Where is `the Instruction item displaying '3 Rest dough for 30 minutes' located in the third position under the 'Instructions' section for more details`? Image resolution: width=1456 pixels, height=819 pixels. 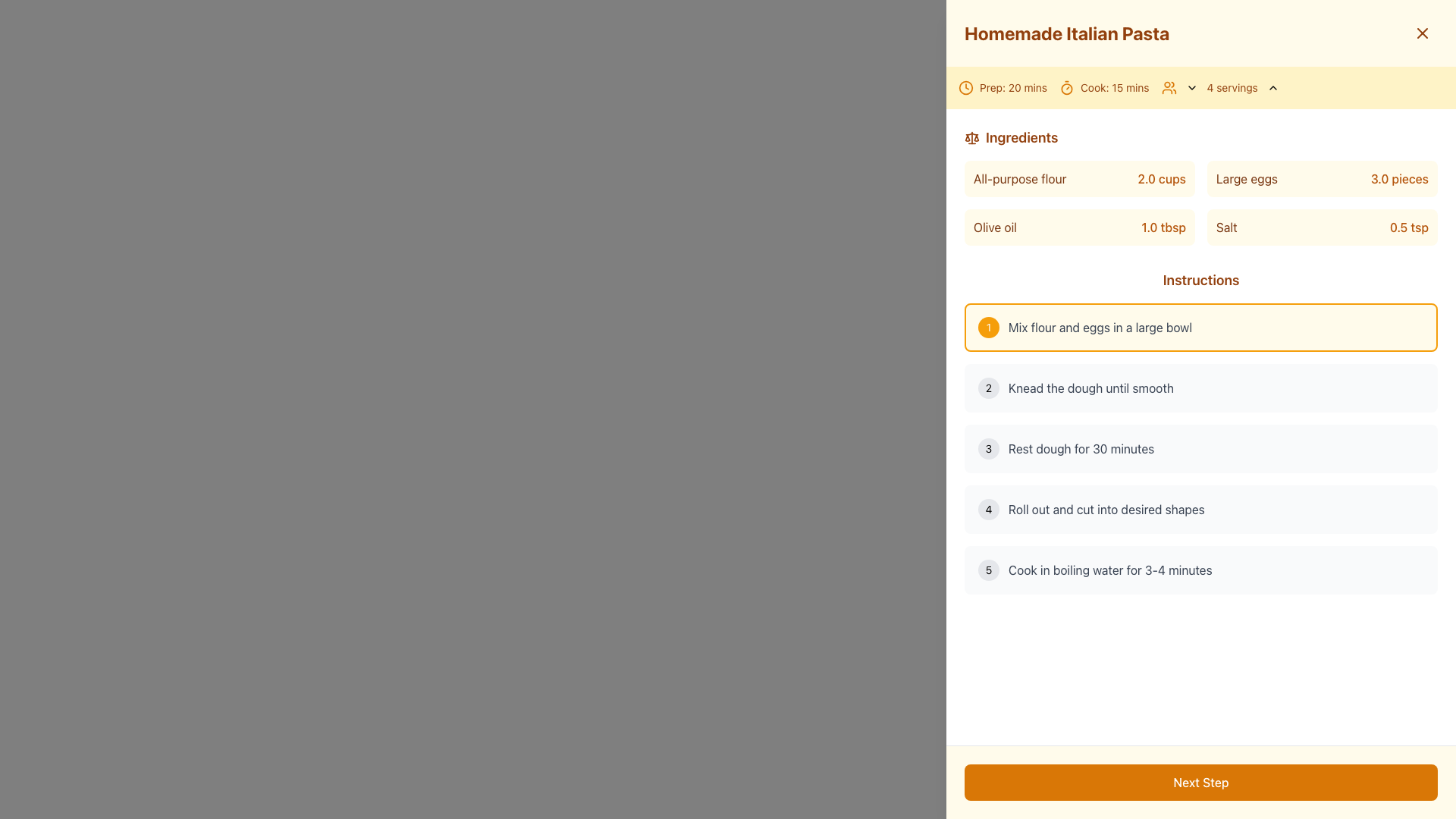
the Instruction item displaying '3 Rest dough for 30 minutes' located in the third position under the 'Instructions' section for more details is located at coordinates (1200, 447).